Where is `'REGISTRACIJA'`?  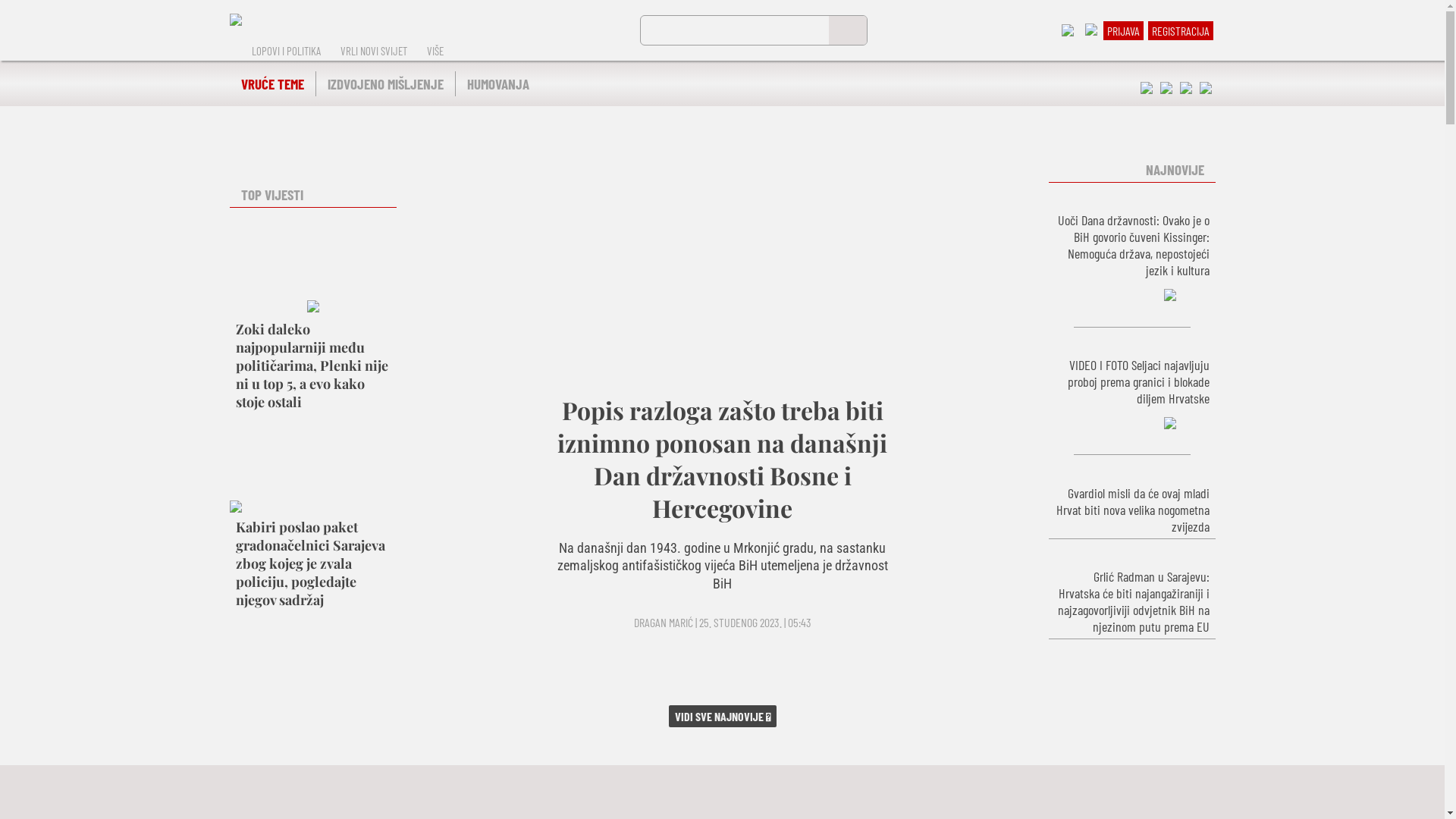 'REGISTRACIJA' is located at coordinates (1178, 30).